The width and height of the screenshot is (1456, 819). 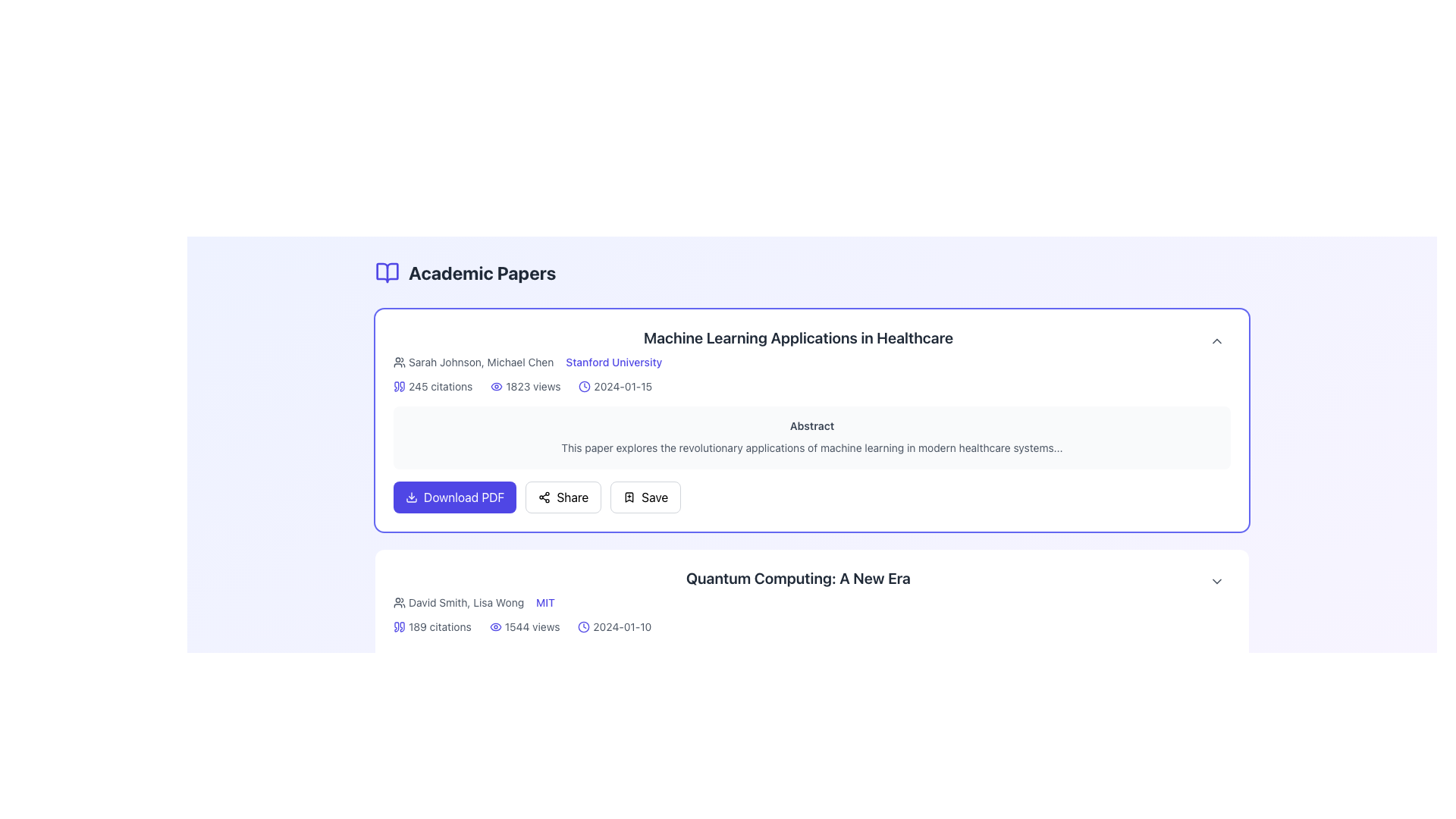 I want to click on the SVG circle element at the center of the clock-like icon, which is part of the first listed publication's metadata, located near interactive controls such as 'Download PDF' or 'Save', so click(x=584, y=385).